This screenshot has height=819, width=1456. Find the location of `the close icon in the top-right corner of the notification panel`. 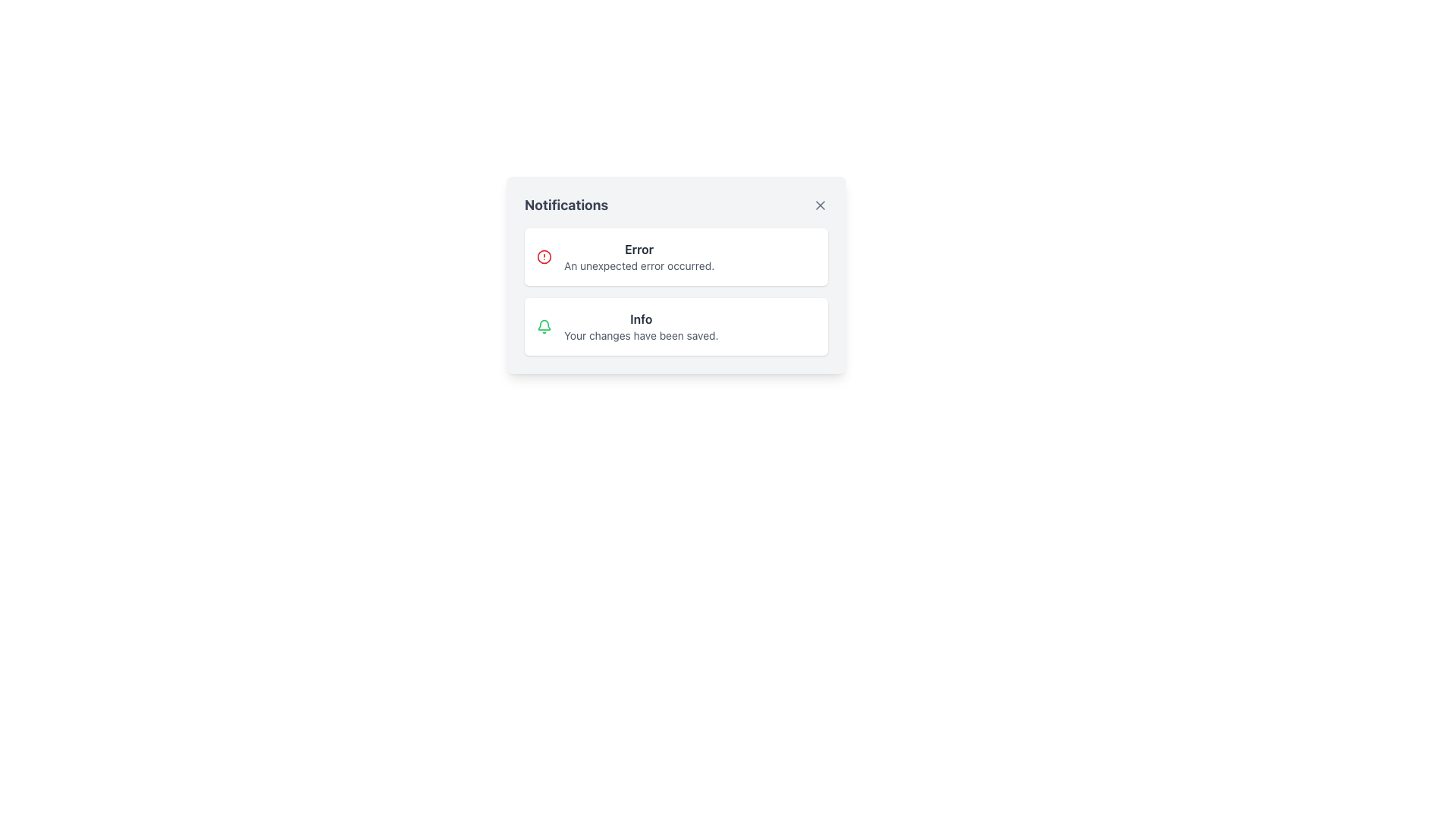

the close icon in the top-right corner of the notification panel is located at coordinates (819, 205).